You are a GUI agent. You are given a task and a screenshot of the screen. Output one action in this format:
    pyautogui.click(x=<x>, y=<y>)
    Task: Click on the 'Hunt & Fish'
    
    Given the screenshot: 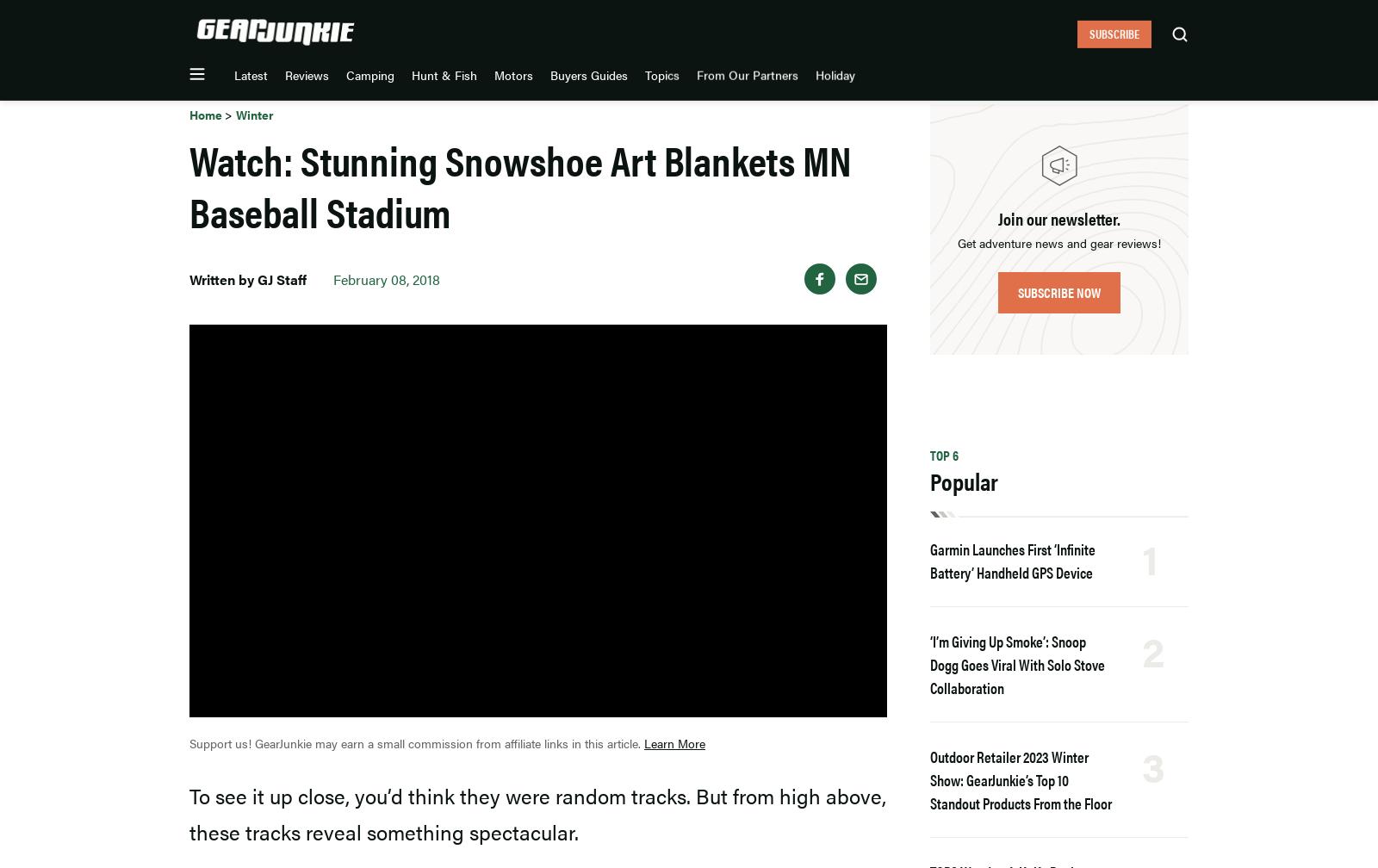 What is the action you would take?
    pyautogui.click(x=582, y=28)
    